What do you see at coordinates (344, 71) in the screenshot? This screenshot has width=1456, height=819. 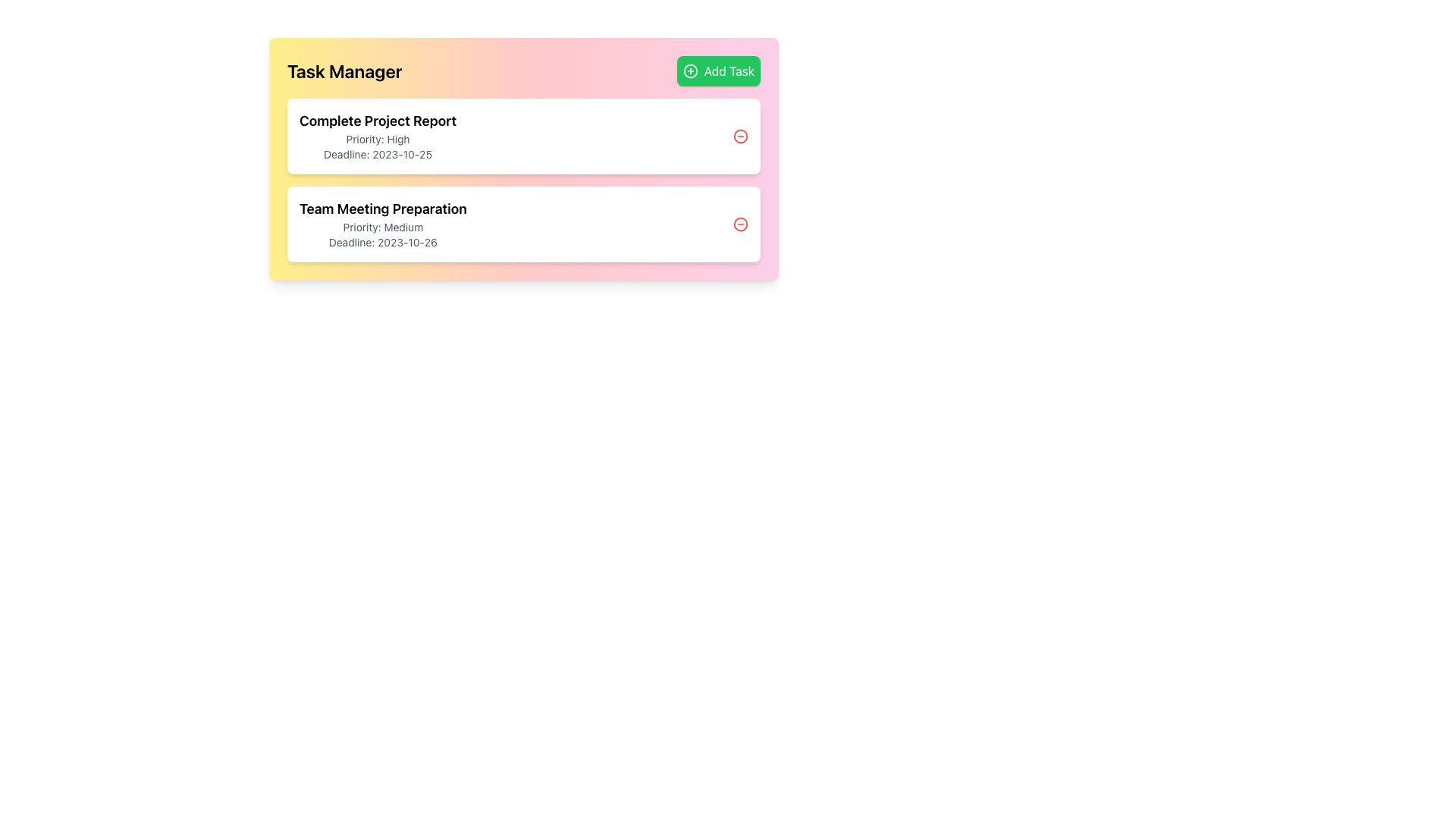 I see `text from the main title or heading located in the top-left area of the interface, which indicates the functionality or purpose of the section below it` at bounding box center [344, 71].